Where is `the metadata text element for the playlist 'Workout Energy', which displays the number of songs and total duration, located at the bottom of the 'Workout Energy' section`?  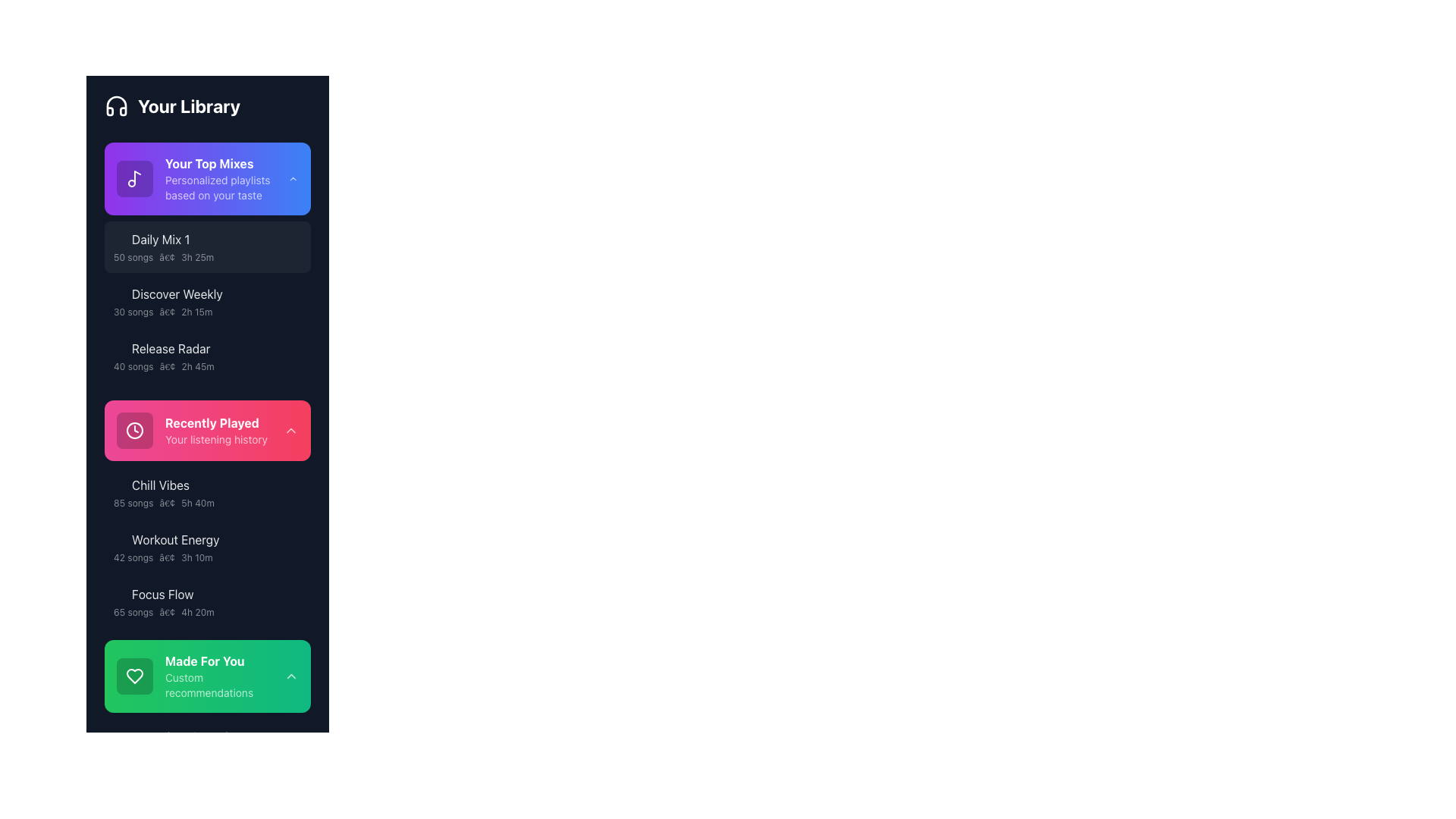
the metadata text element for the playlist 'Workout Energy', which displays the number of songs and total duration, located at the bottom of the 'Workout Energy' section is located at coordinates (199, 558).